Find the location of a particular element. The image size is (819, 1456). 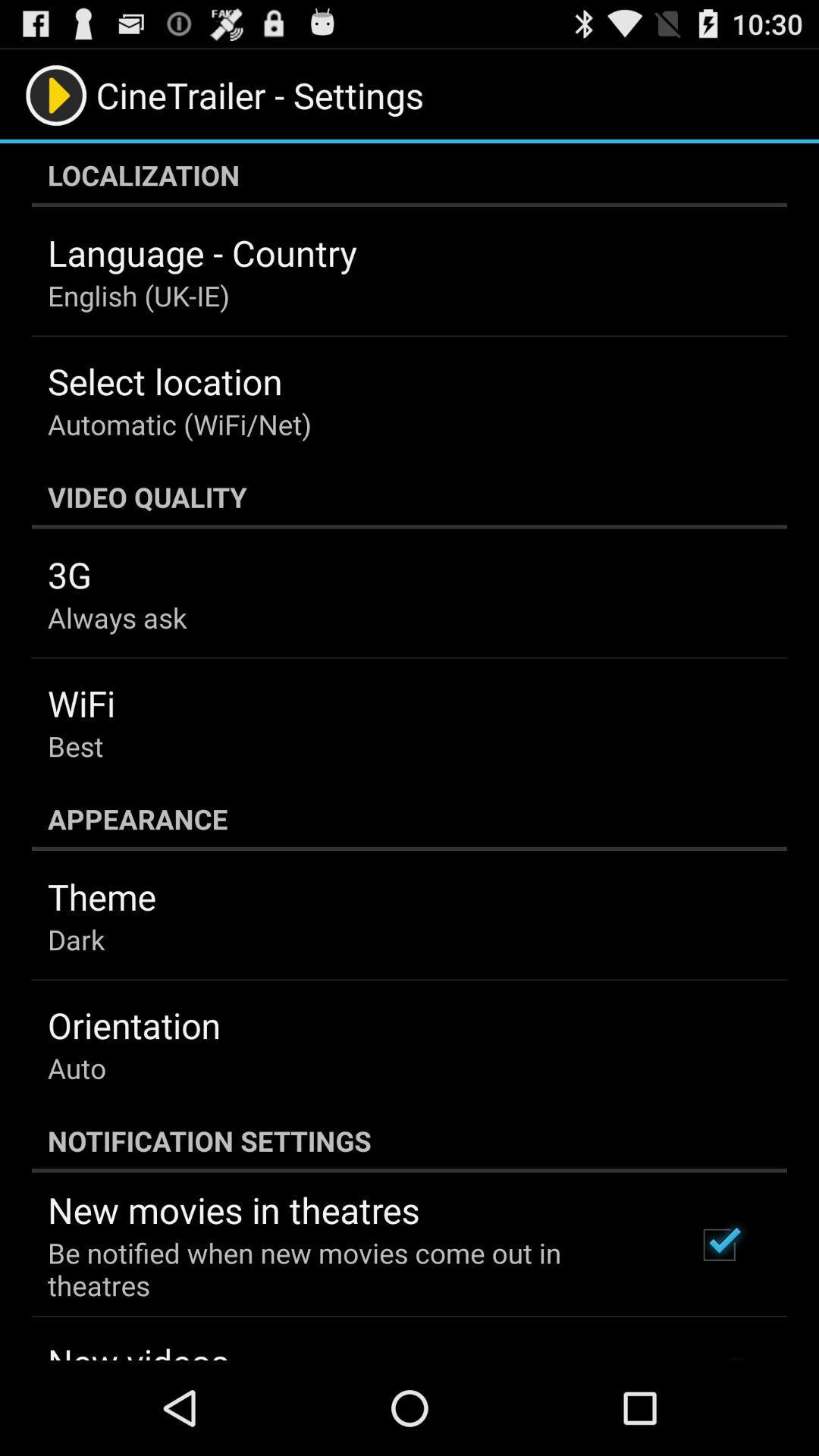

the app above dark is located at coordinates (102, 896).